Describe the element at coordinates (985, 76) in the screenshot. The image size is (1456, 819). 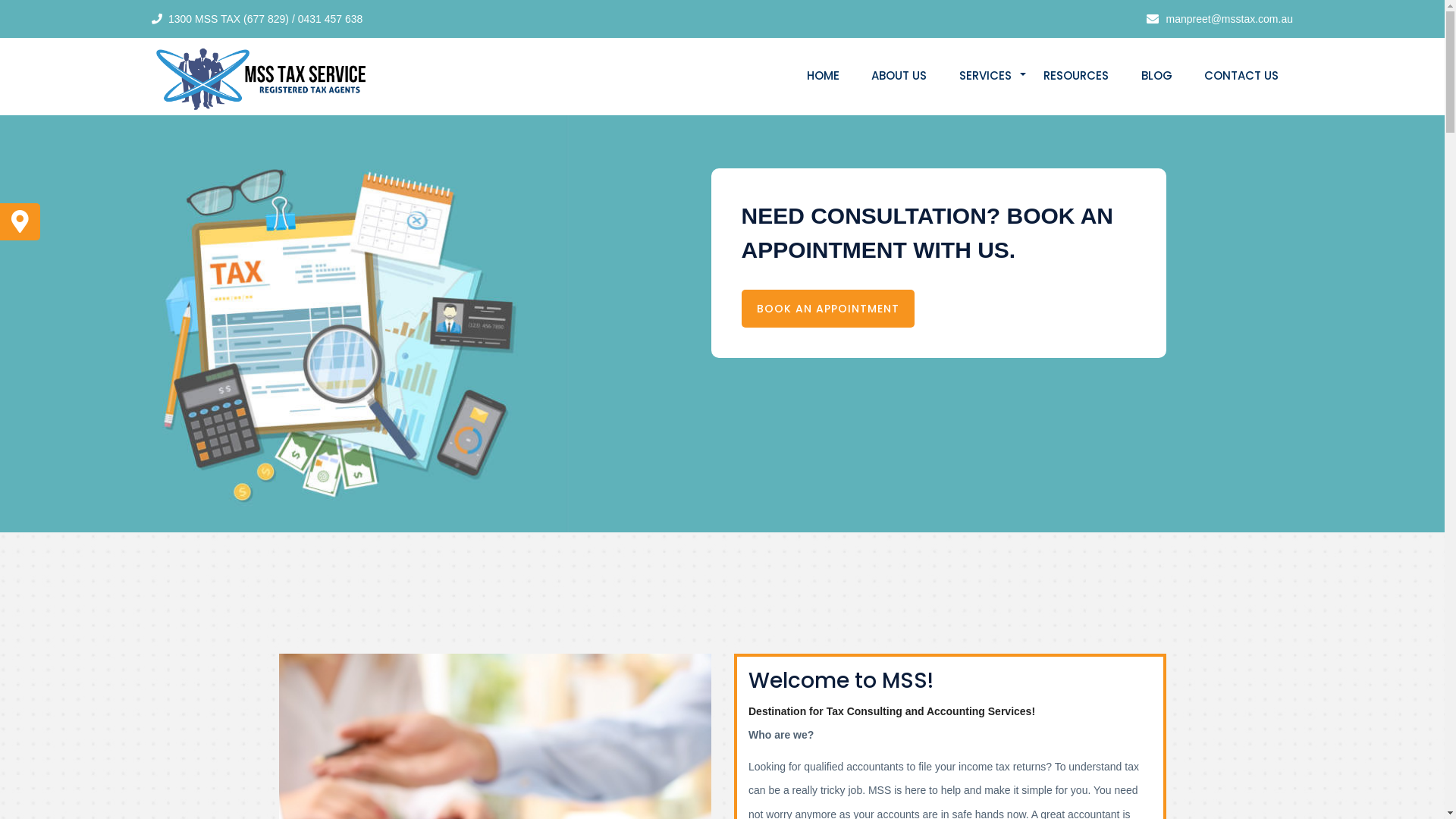
I see `'SERVICES'` at that location.